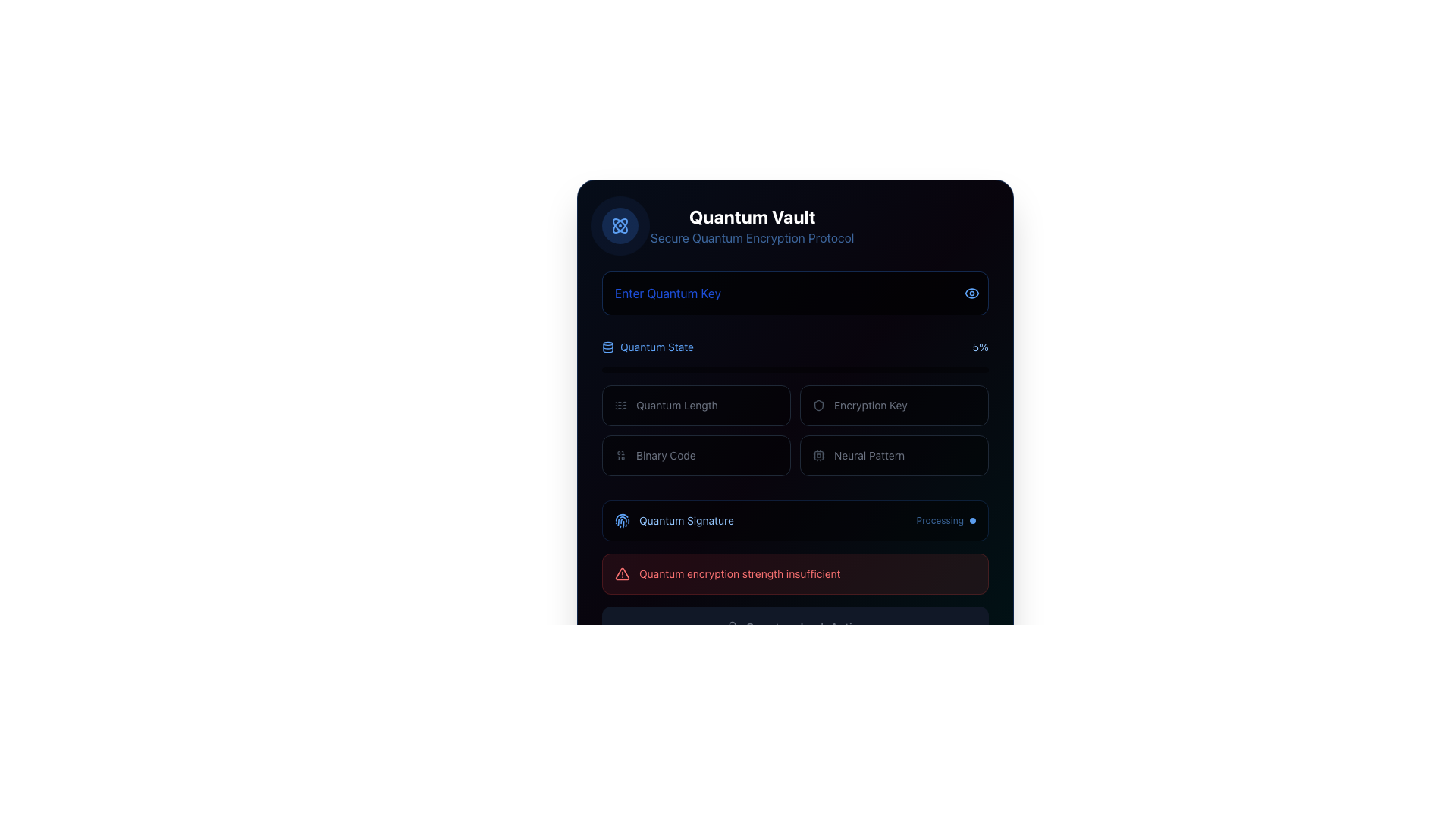 This screenshot has width=1456, height=819. I want to click on the database icon, which is styled in blue and located to the left of the text 'Quantum State.', so click(607, 347).